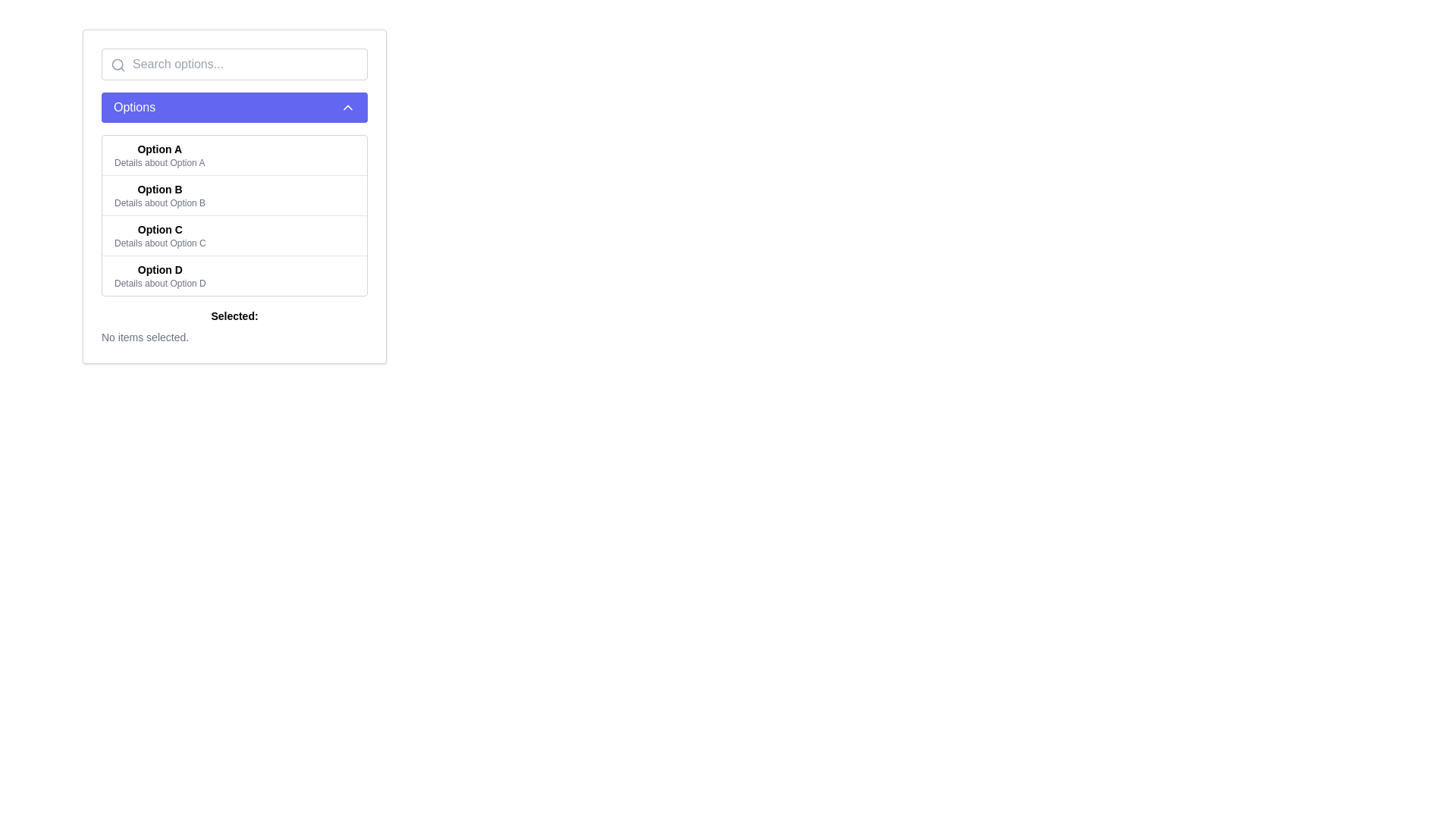 The image size is (1456, 819). I want to click on the static text label that identifies the associated option in the dropdown list titled 'Option D', positioned as the first line within that section, so click(160, 268).